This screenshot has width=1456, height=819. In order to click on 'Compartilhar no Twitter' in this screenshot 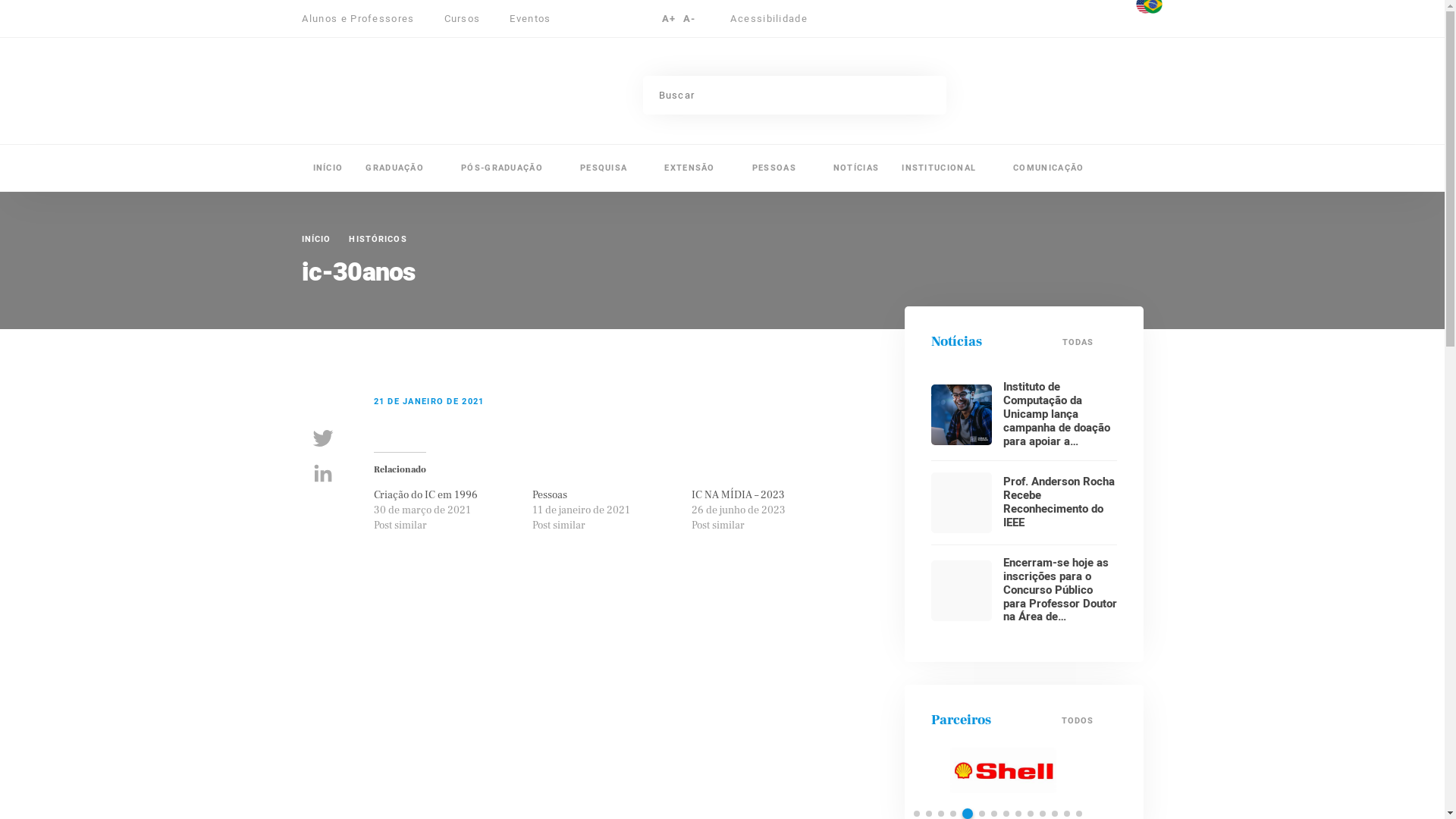, I will do `click(322, 438)`.